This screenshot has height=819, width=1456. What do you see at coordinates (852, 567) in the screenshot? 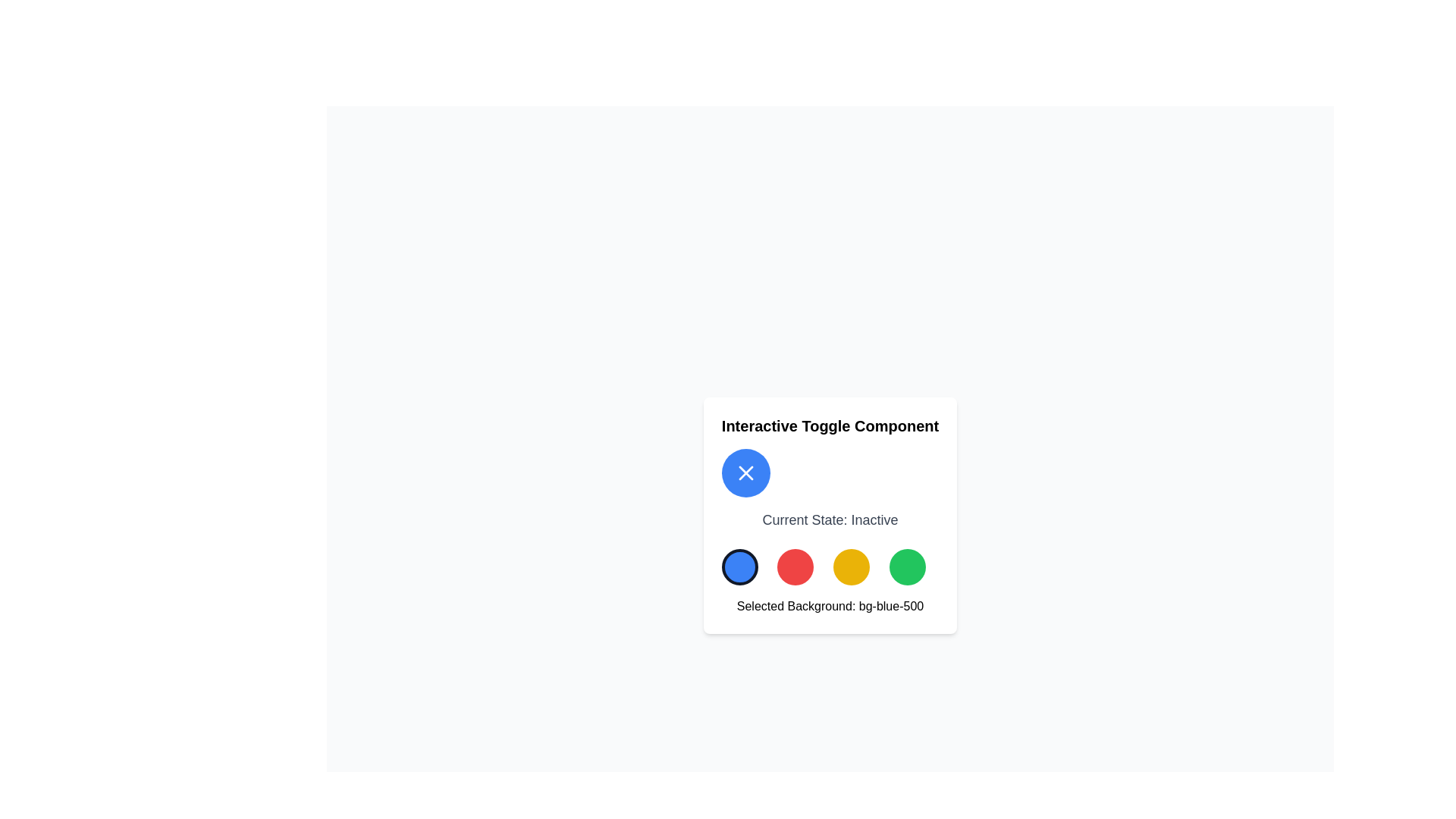
I see `the circular yellow button, the third button in a horizontal row of four, located in the bottom section of the 'Interactive Toggle Component' card` at bounding box center [852, 567].